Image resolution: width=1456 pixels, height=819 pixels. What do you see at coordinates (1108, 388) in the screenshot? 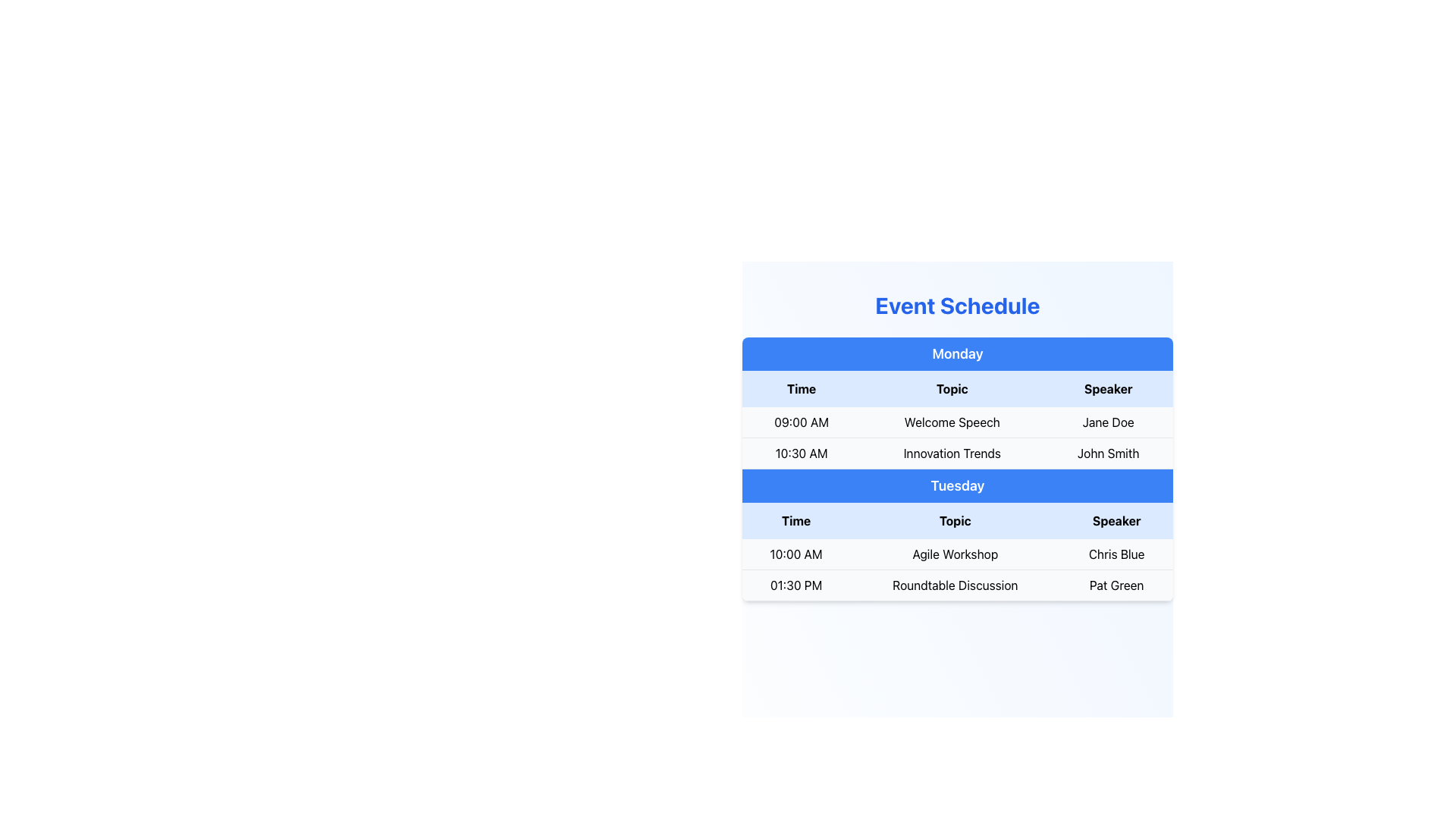
I see `the header text for the 'Speaker' column in the table, which is located in the top row as the third column header after 'Time' and 'Topic'` at bounding box center [1108, 388].